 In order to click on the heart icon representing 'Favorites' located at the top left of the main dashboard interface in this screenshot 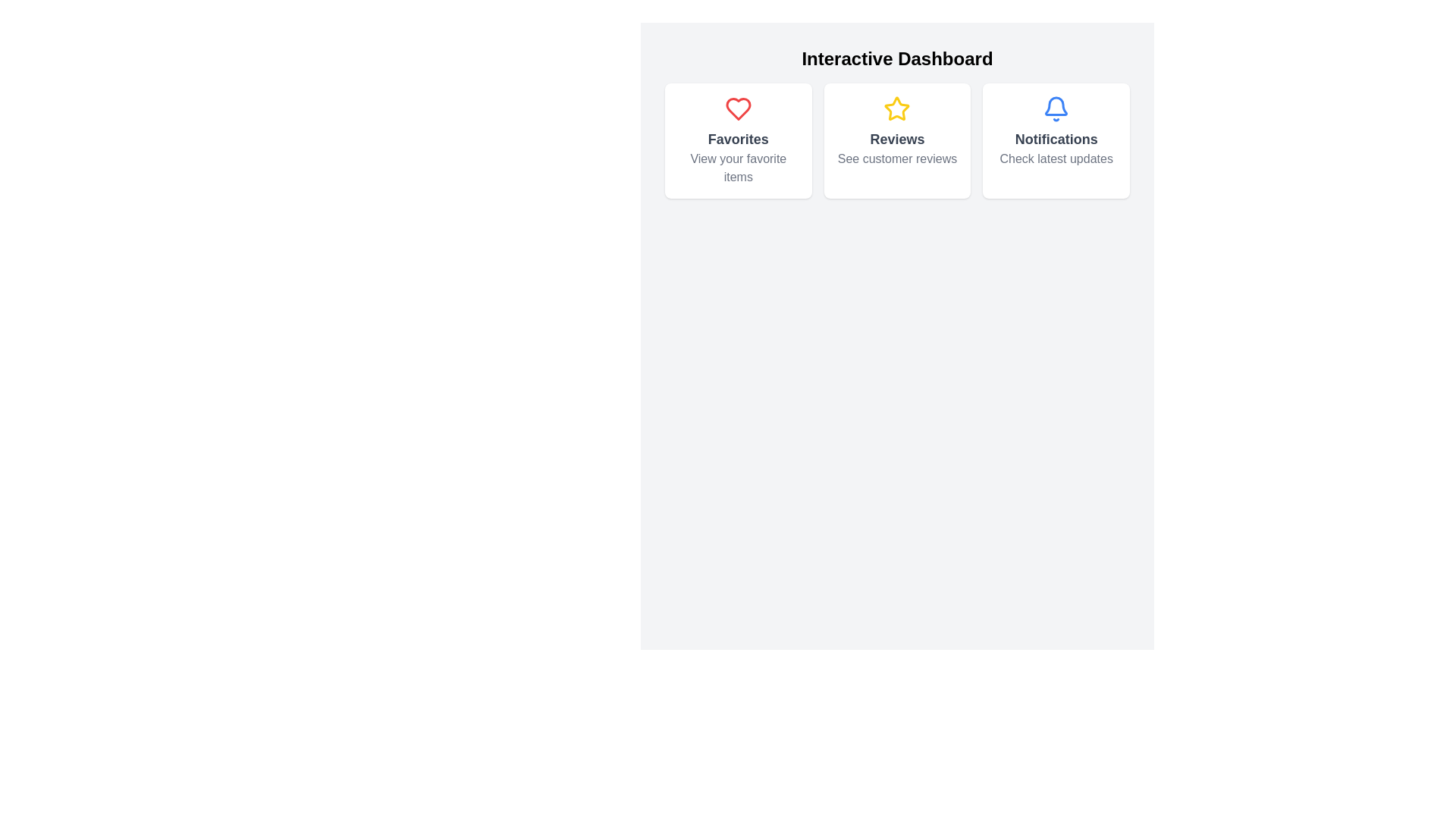, I will do `click(738, 108)`.